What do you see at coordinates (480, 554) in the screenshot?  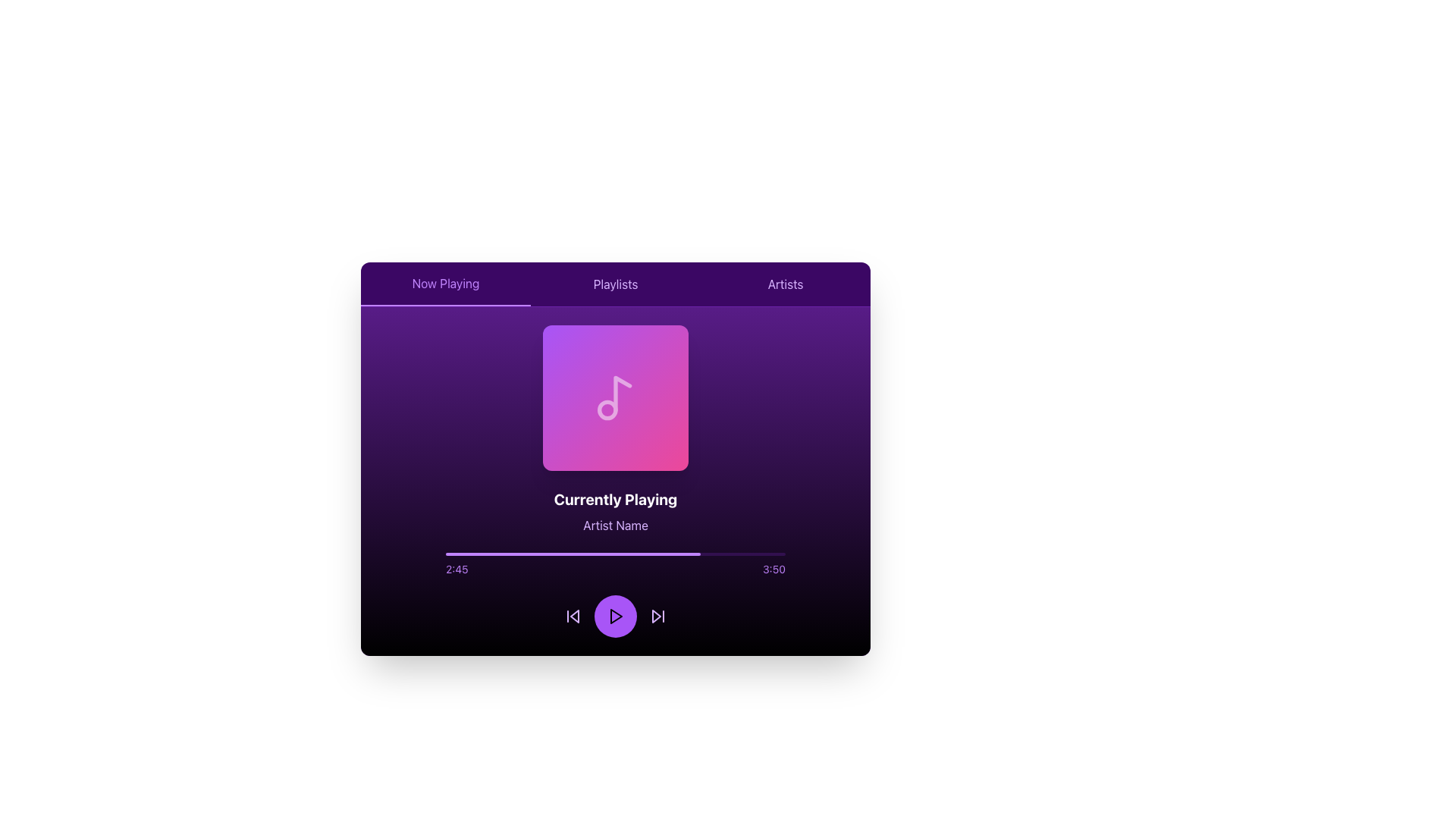 I see `the media playback position` at bounding box center [480, 554].